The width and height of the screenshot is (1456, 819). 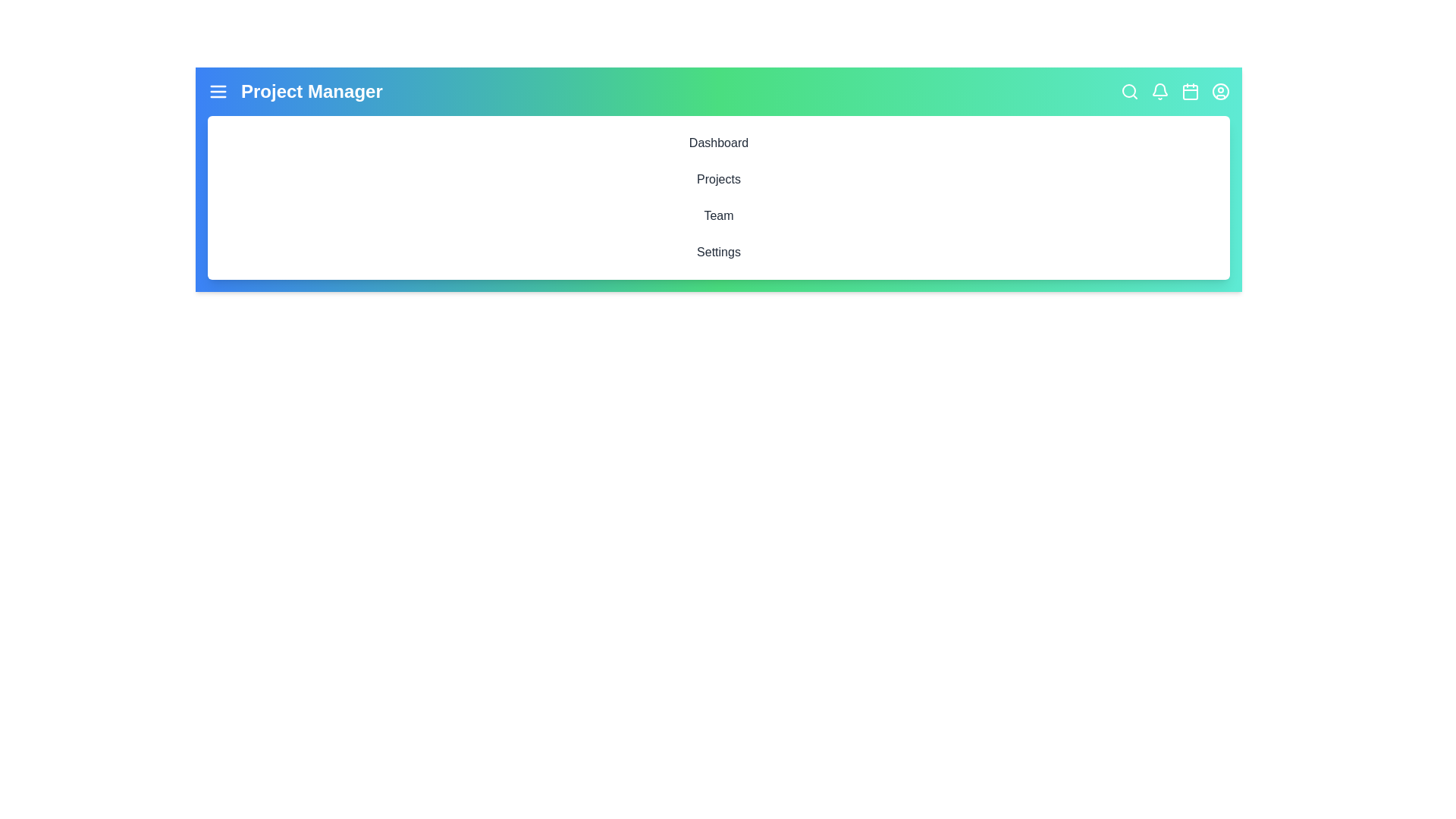 What do you see at coordinates (218, 91) in the screenshot?
I see `the interactive element Menu to inspect its hover effect` at bounding box center [218, 91].